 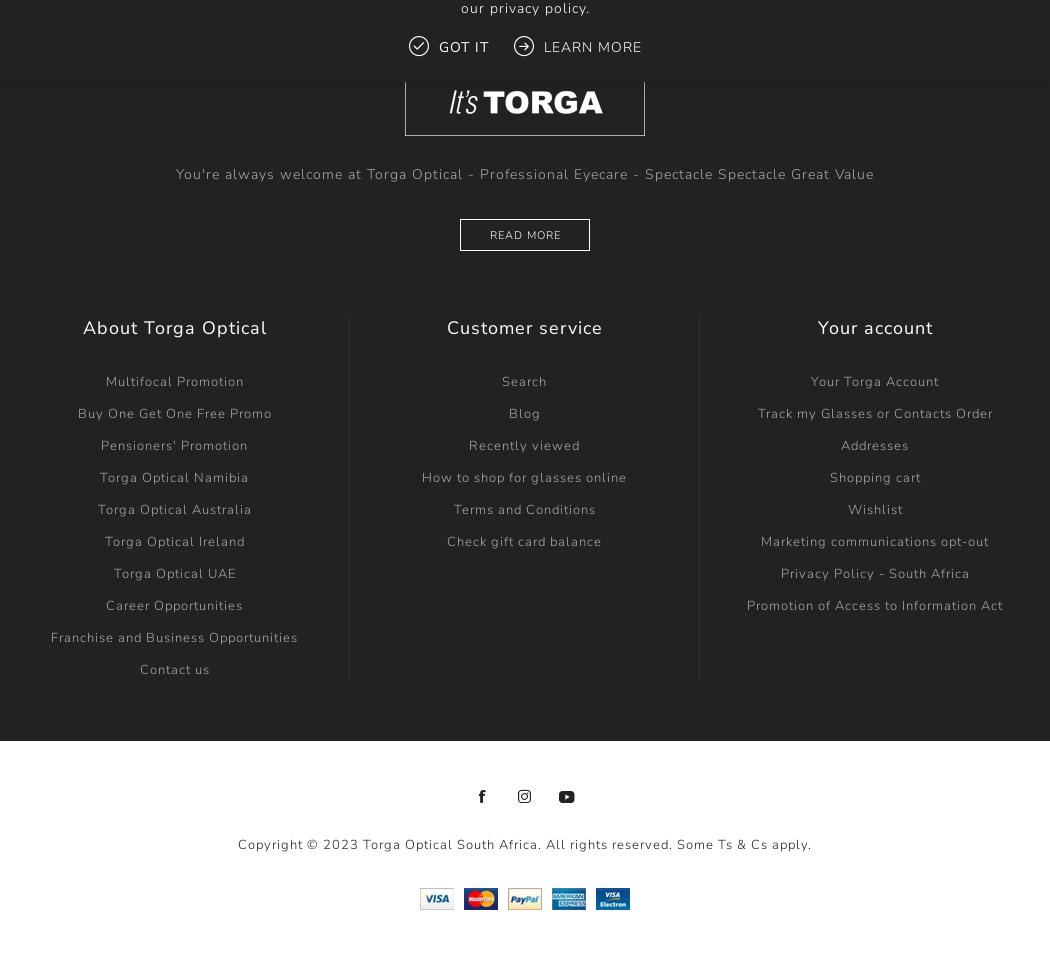 What do you see at coordinates (873, 476) in the screenshot?
I see `'Shopping cart'` at bounding box center [873, 476].